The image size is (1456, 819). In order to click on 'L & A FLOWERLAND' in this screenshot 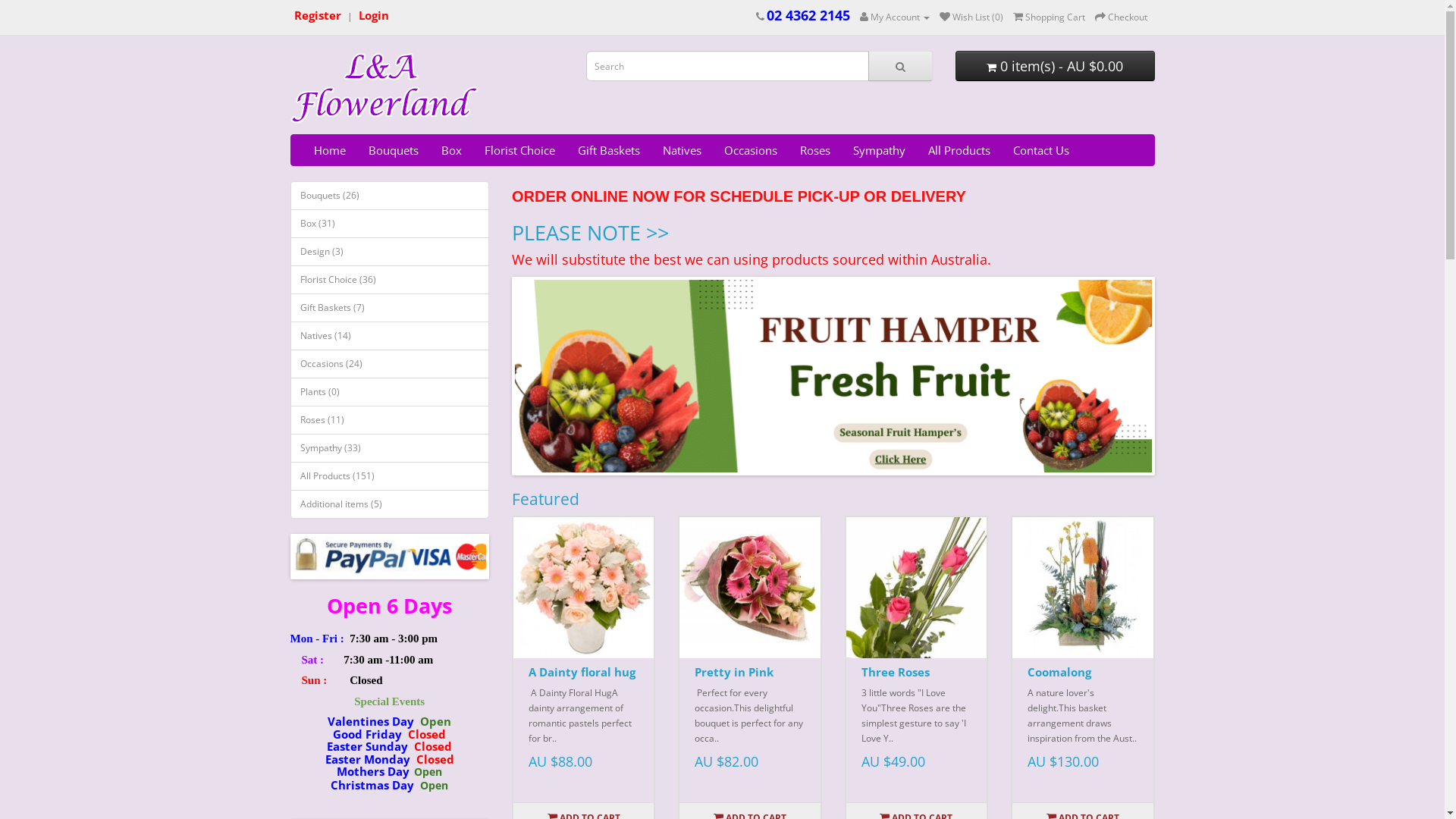, I will do `click(384, 88)`.